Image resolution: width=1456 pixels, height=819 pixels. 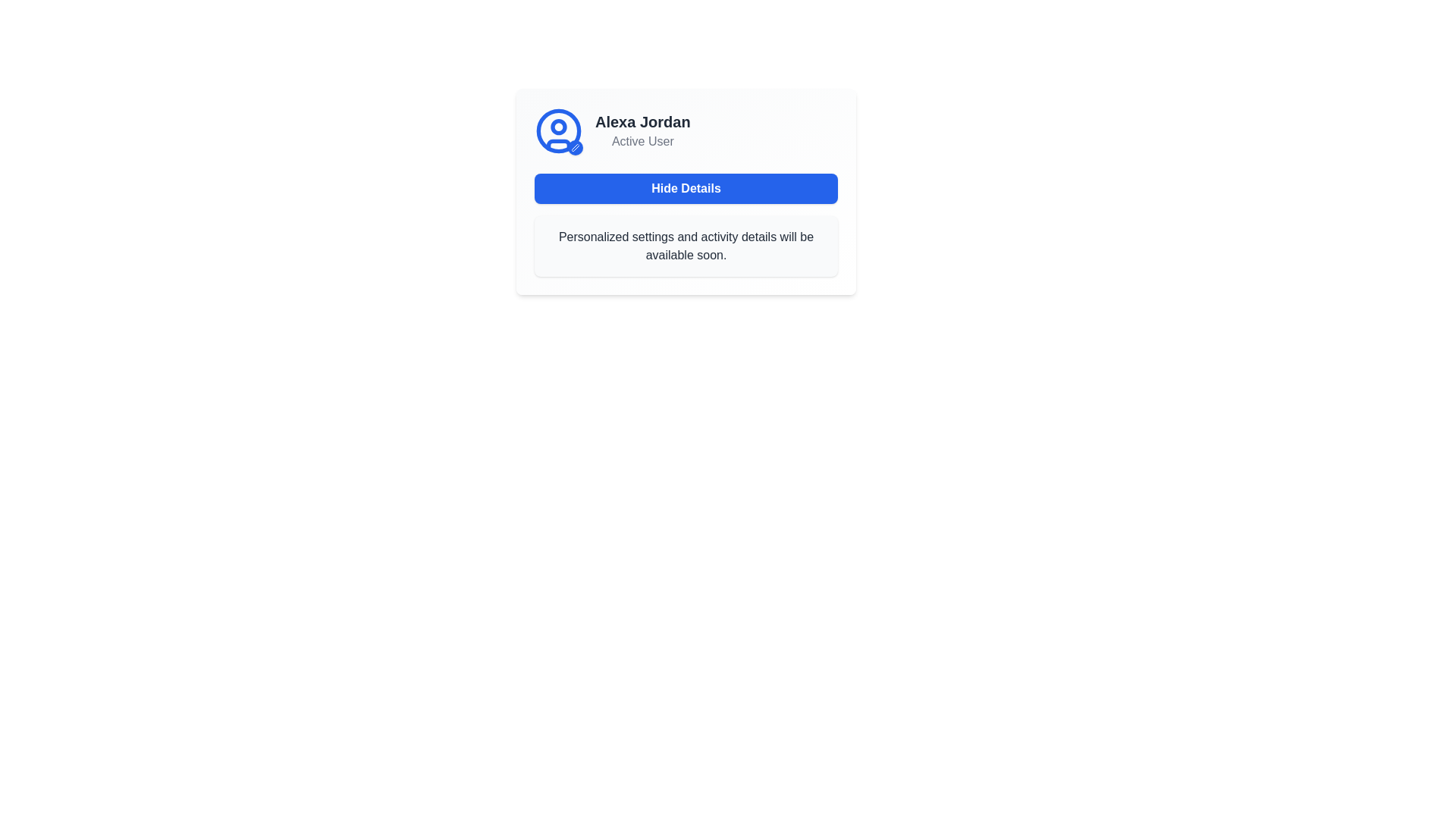 I want to click on the pen-shaped icon located within the circular button at the bottom-right corner of the user avatar icon in the top-left card, so click(x=574, y=146).